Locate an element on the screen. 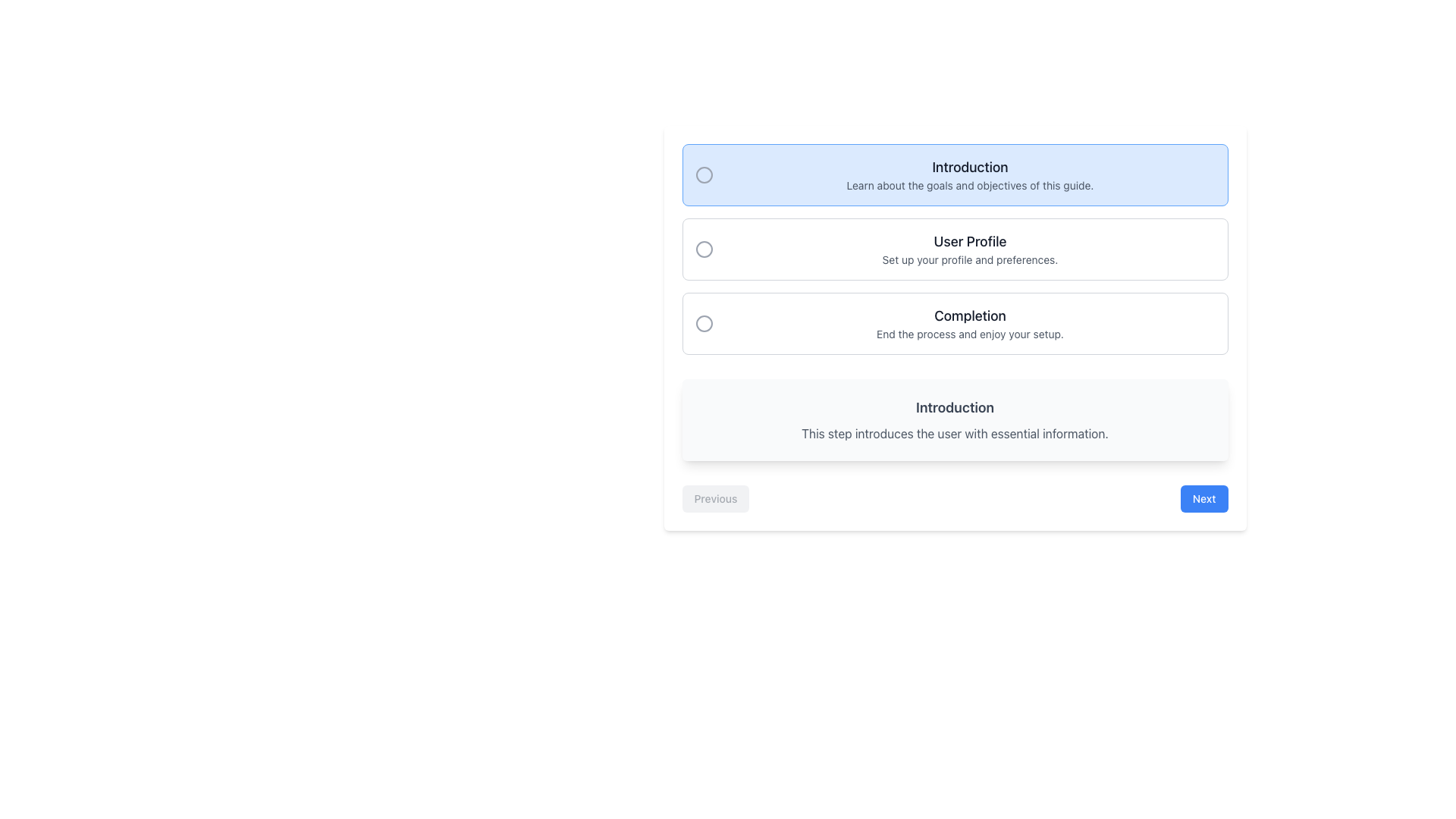 This screenshot has height=819, width=1456. the text label that reads 'End the process and enjoy your setup.' located below the heading 'Completion.' is located at coordinates (969, 333).